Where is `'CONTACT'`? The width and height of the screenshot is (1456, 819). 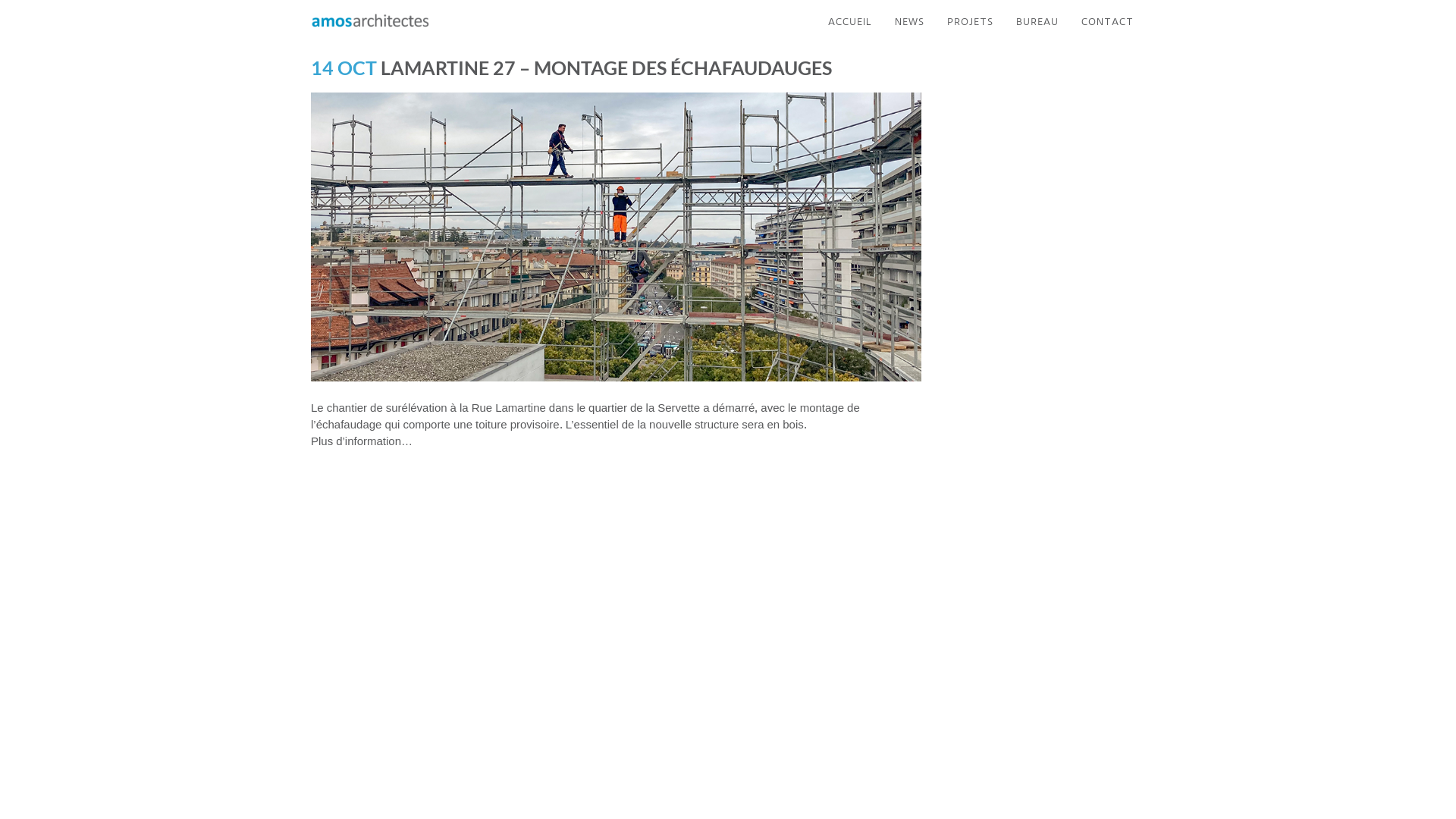
'CONTACT' is located at coordinates (1107, 21).